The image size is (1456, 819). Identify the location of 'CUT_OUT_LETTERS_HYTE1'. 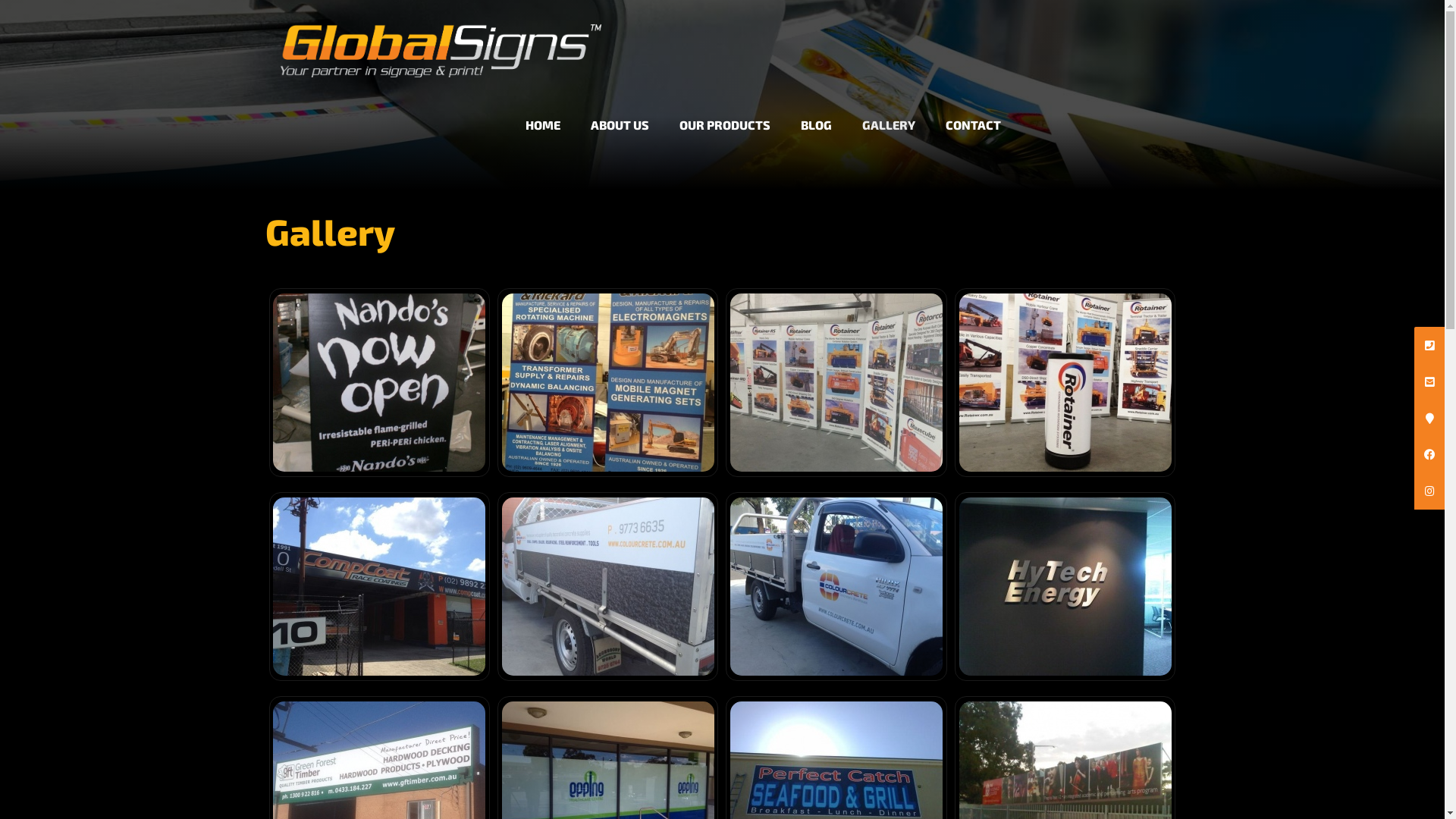
(1063, 585).